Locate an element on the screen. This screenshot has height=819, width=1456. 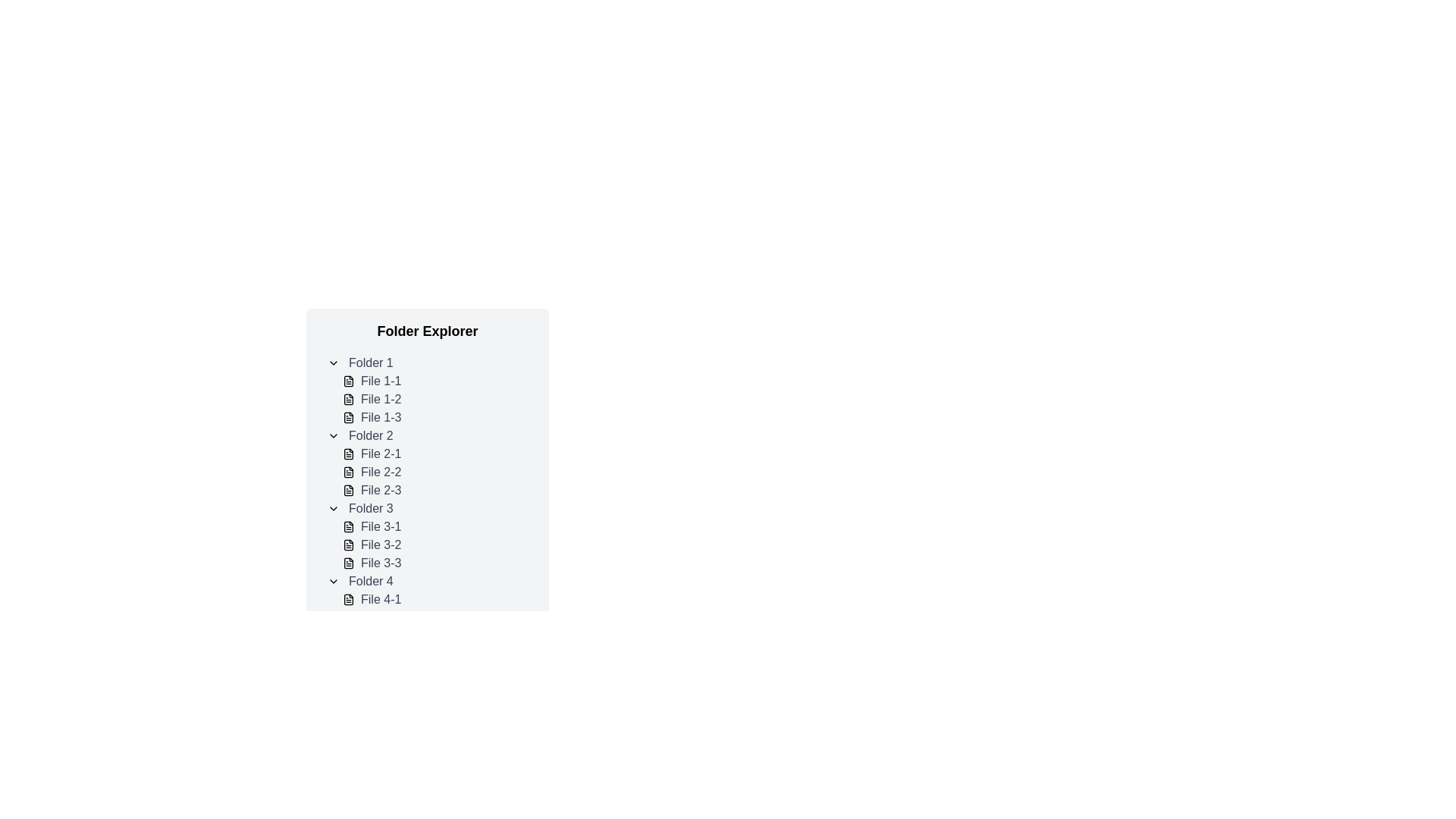
the text label 'File 2-1' which is styled in gray and located as the second entry under 'Folder 2' in the folder explorer interface is located at coordinates (381, 453).